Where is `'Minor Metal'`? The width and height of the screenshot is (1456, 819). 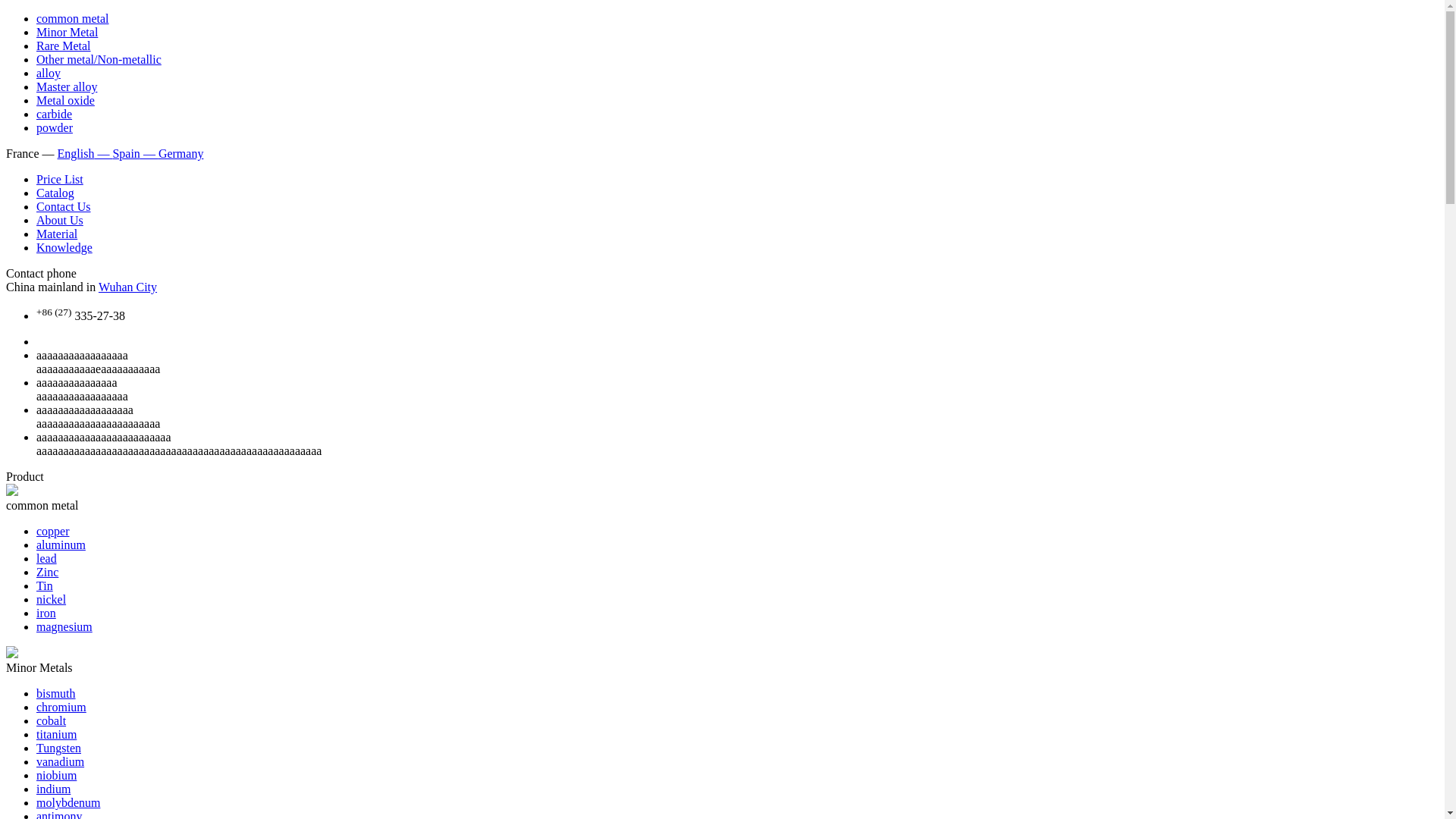
'Minor Metal' is located at coordinates (66, 32).